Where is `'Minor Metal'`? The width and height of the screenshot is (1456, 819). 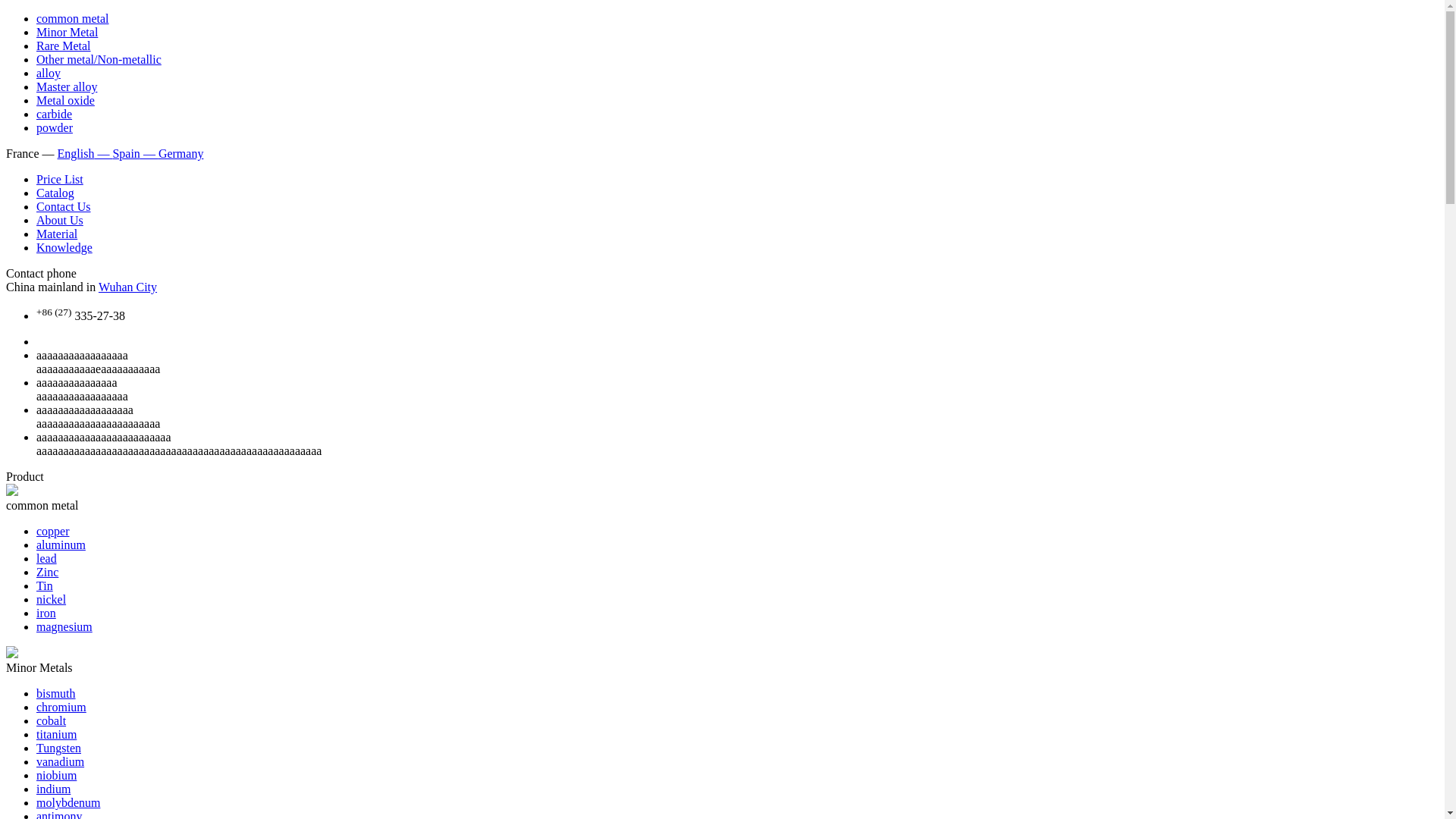
'Minor Metal' is located at coordinates (66, 32).